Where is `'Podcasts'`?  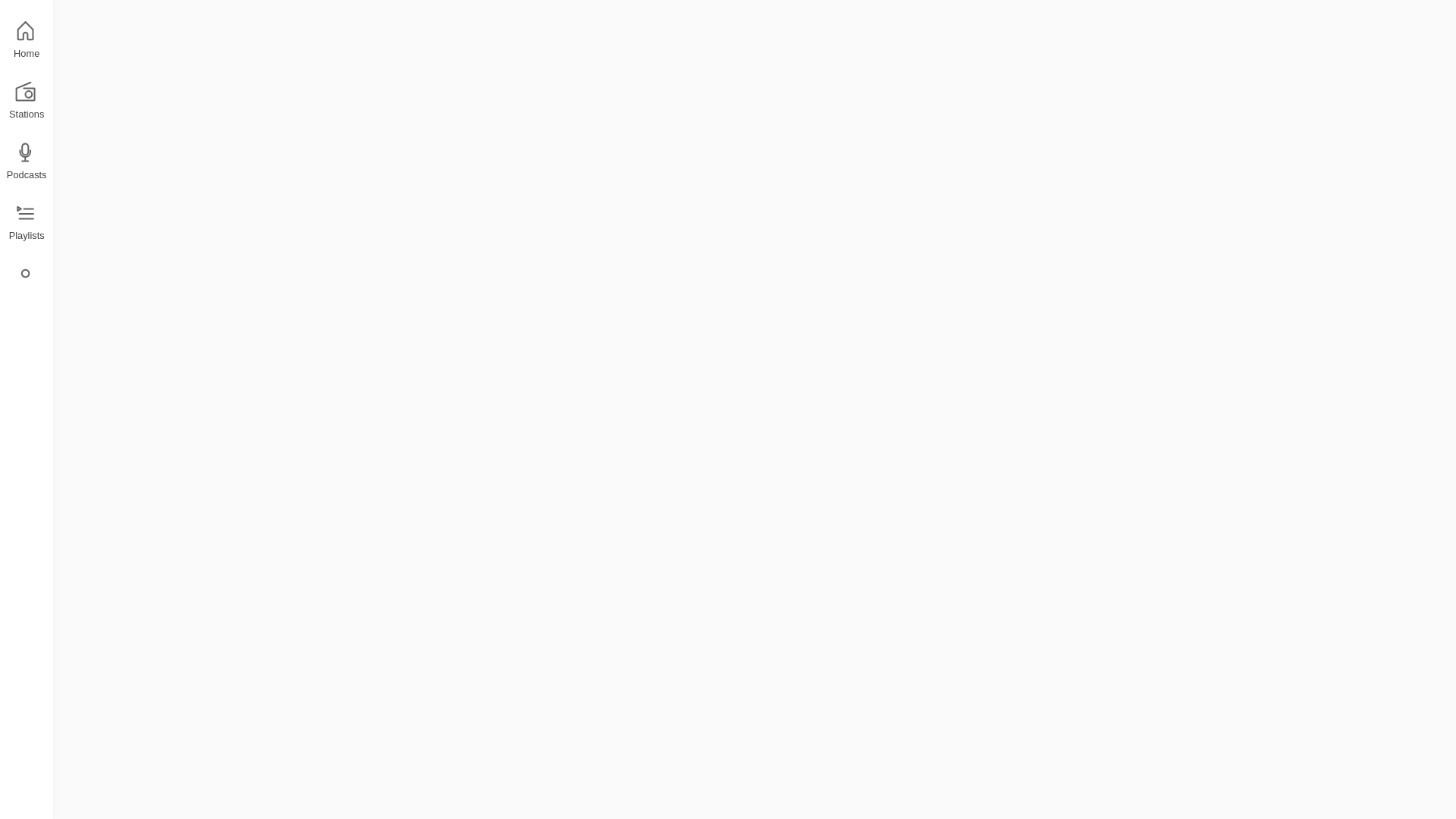
'Podcasts' is located at coordinates (24, 162).